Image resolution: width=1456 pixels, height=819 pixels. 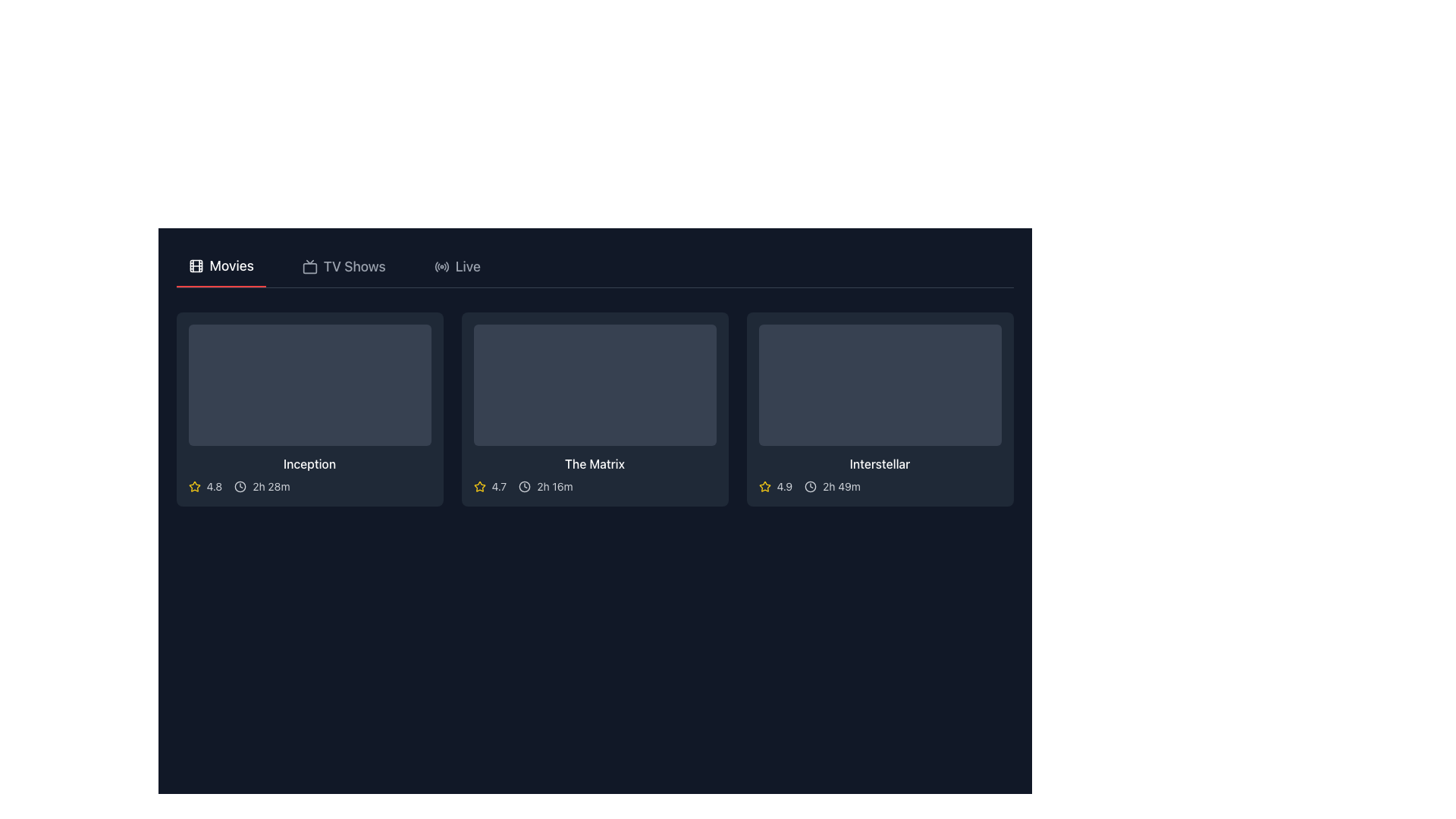 What do you see at coordinates (810, 486) in the screenshot?
I see `the clock icon representing the duration of the movie 'Interstellar', located between the rating and the duration text` at bounding box center [810, 486].